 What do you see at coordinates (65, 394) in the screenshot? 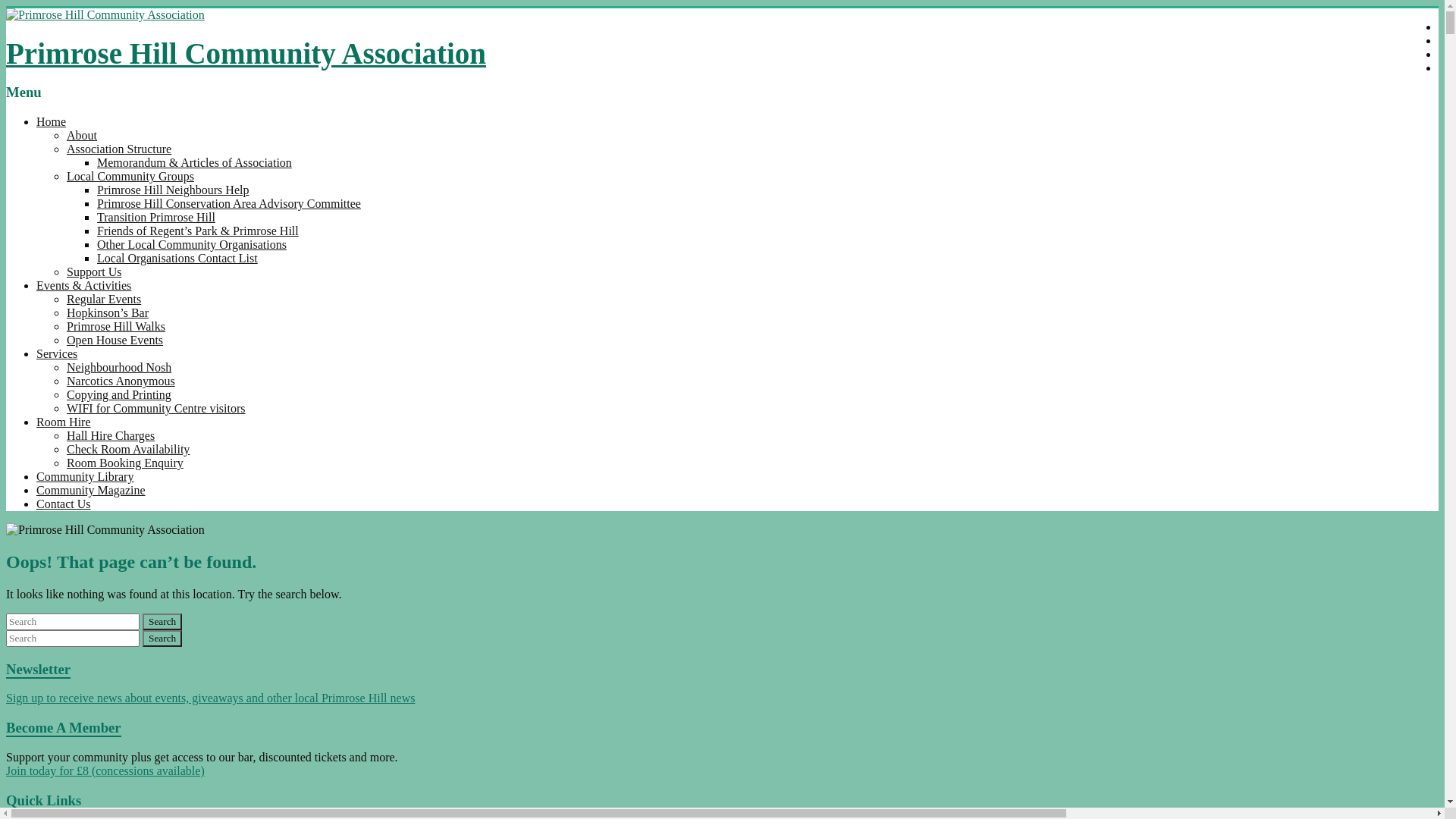
I see `'Copying and Printing'` at bounding box center [65, 394].